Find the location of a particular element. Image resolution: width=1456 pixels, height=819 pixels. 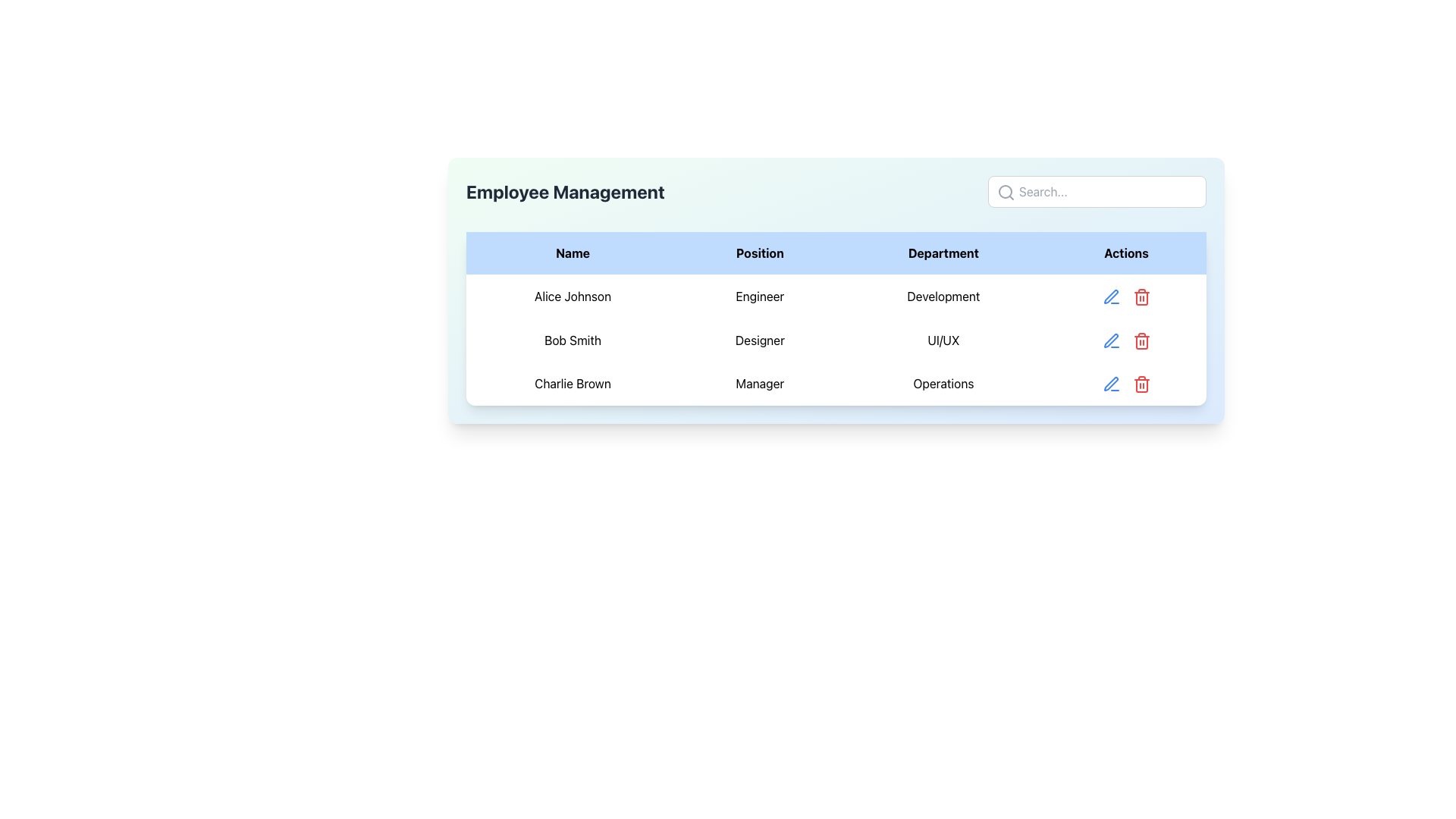

the delete icon located in the 'Actions' column of the second row associated with employee 'Bob Smith' is located at coordinates (1141, 340).